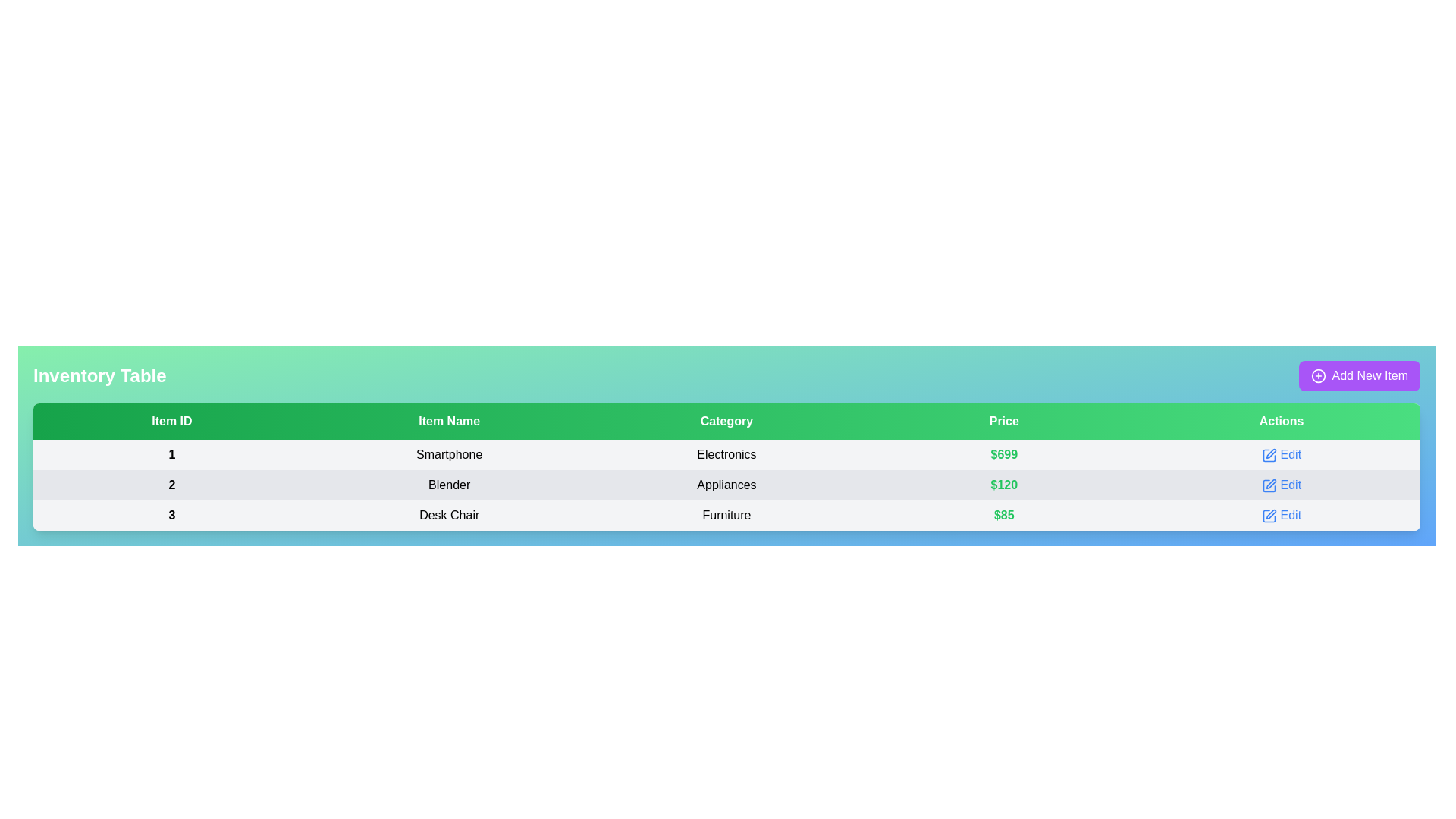  I want to click on the table header row to sort the column by its name, which includes 'Item ID', 'Item Name', 'Category', 'Price', or 'Actions', so click(726, 421).